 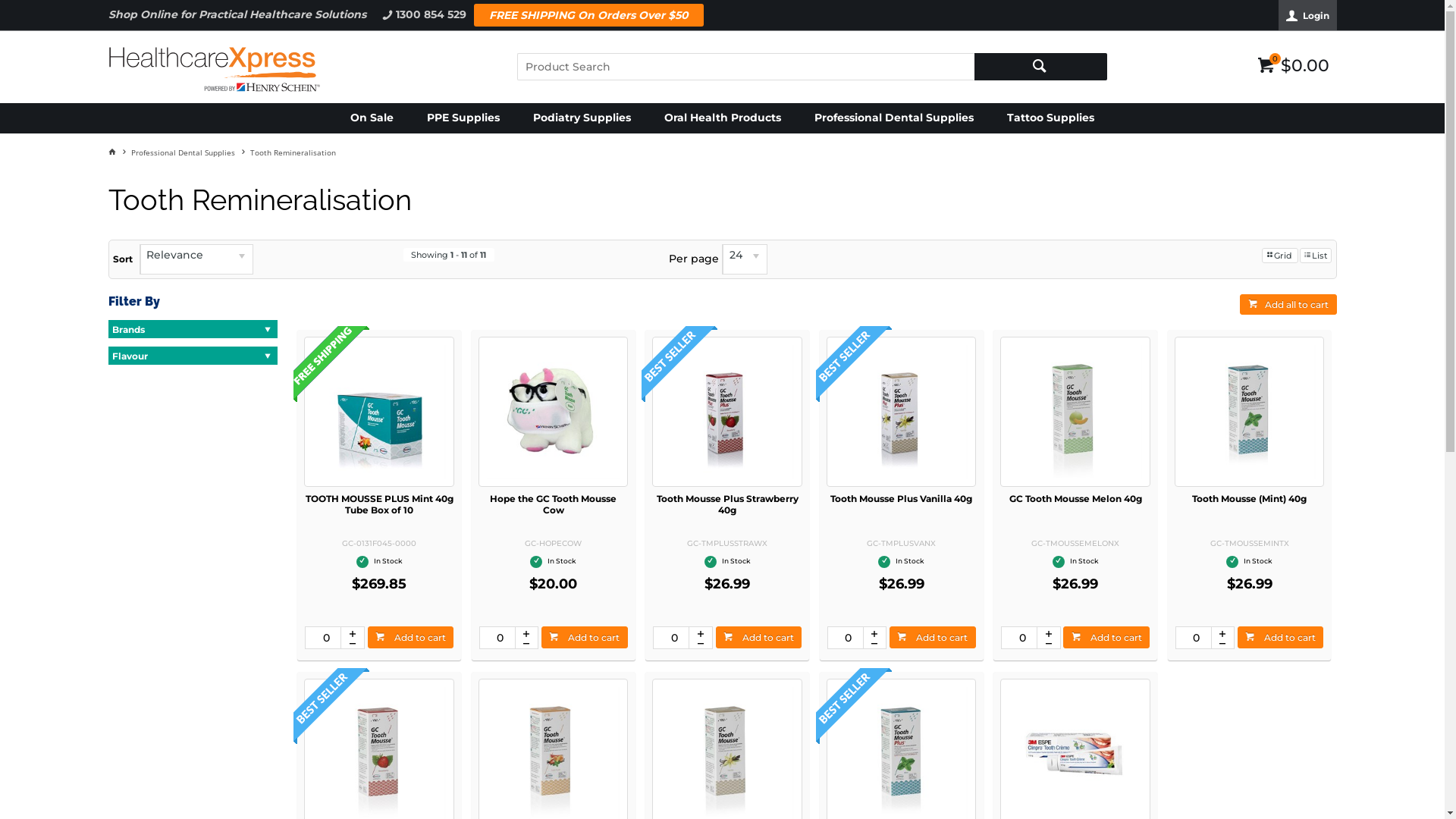 What do you see at coordinates (1287, 304) in the screenshot?
I see `'Add all to cart'` at bounding box center [1287, 304].